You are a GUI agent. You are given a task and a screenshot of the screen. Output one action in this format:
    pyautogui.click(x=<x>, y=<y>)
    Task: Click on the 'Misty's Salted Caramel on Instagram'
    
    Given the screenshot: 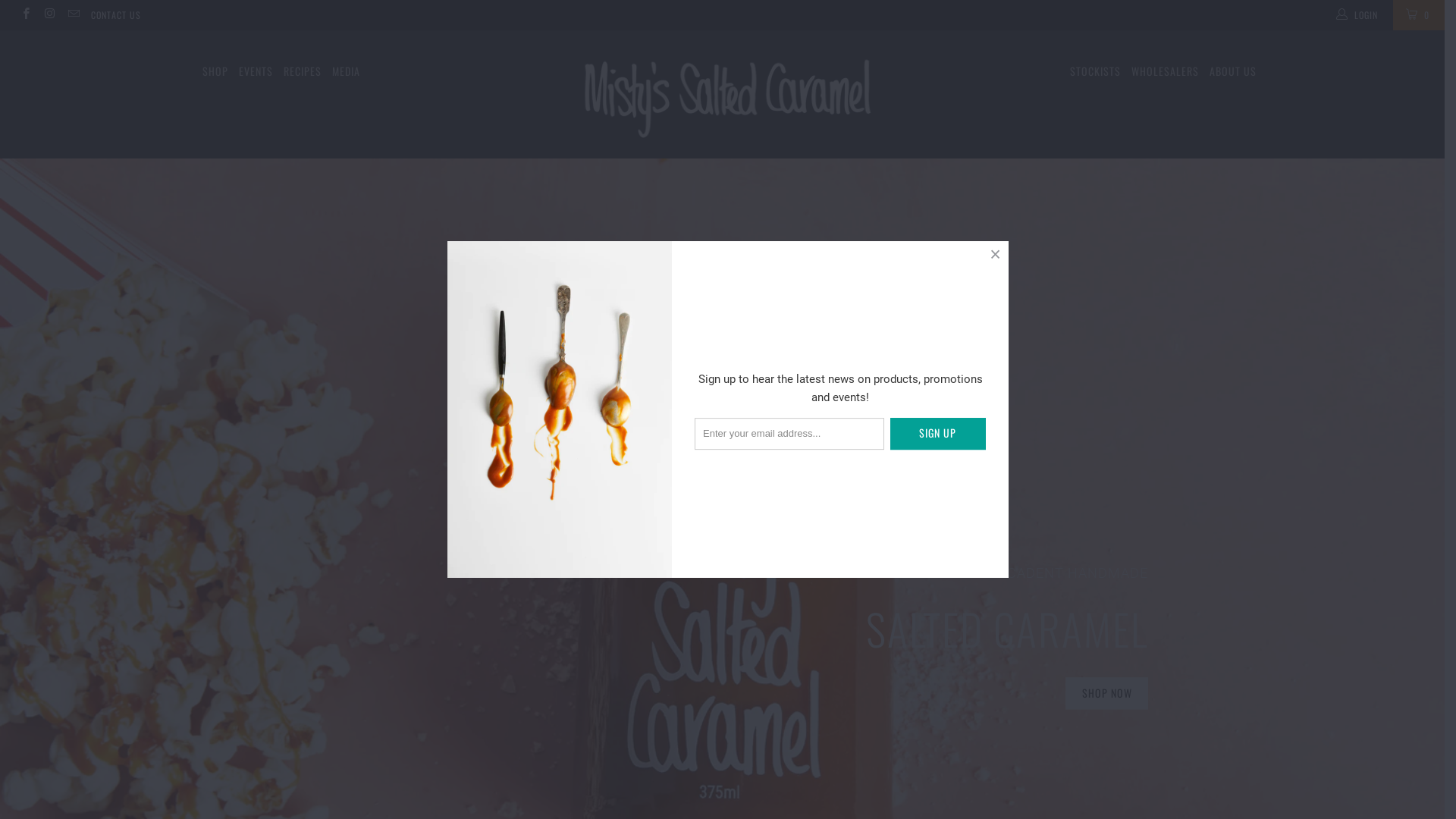 What is the action you would take?
    pyautogui.click(x=49, y=14)
    